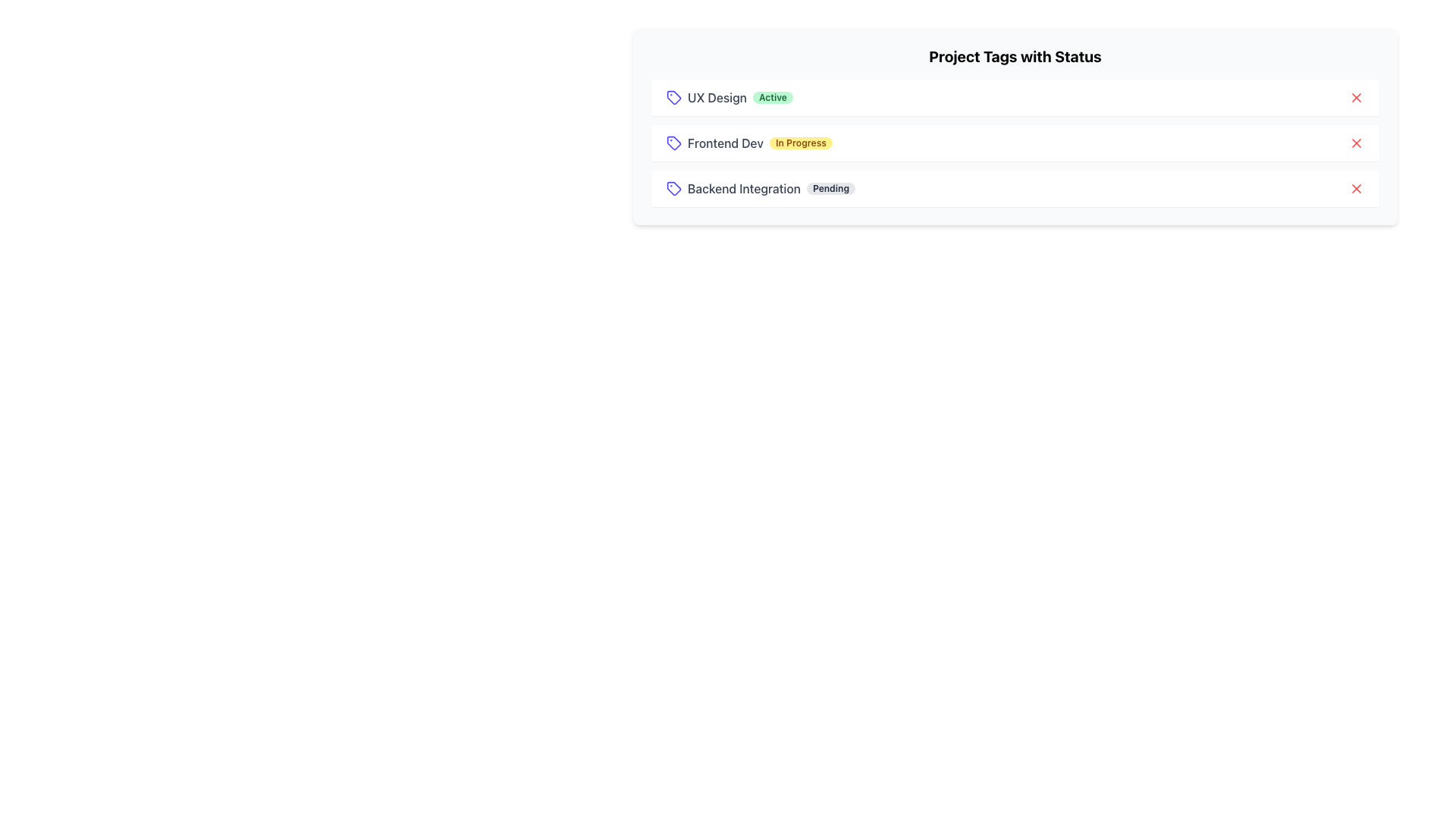  Describe the element at coordinates (761, 188) in the screenshot. I see `the status tag 'Pending' of the list item labeled 'Backend Integration' to interact with it` at that location.